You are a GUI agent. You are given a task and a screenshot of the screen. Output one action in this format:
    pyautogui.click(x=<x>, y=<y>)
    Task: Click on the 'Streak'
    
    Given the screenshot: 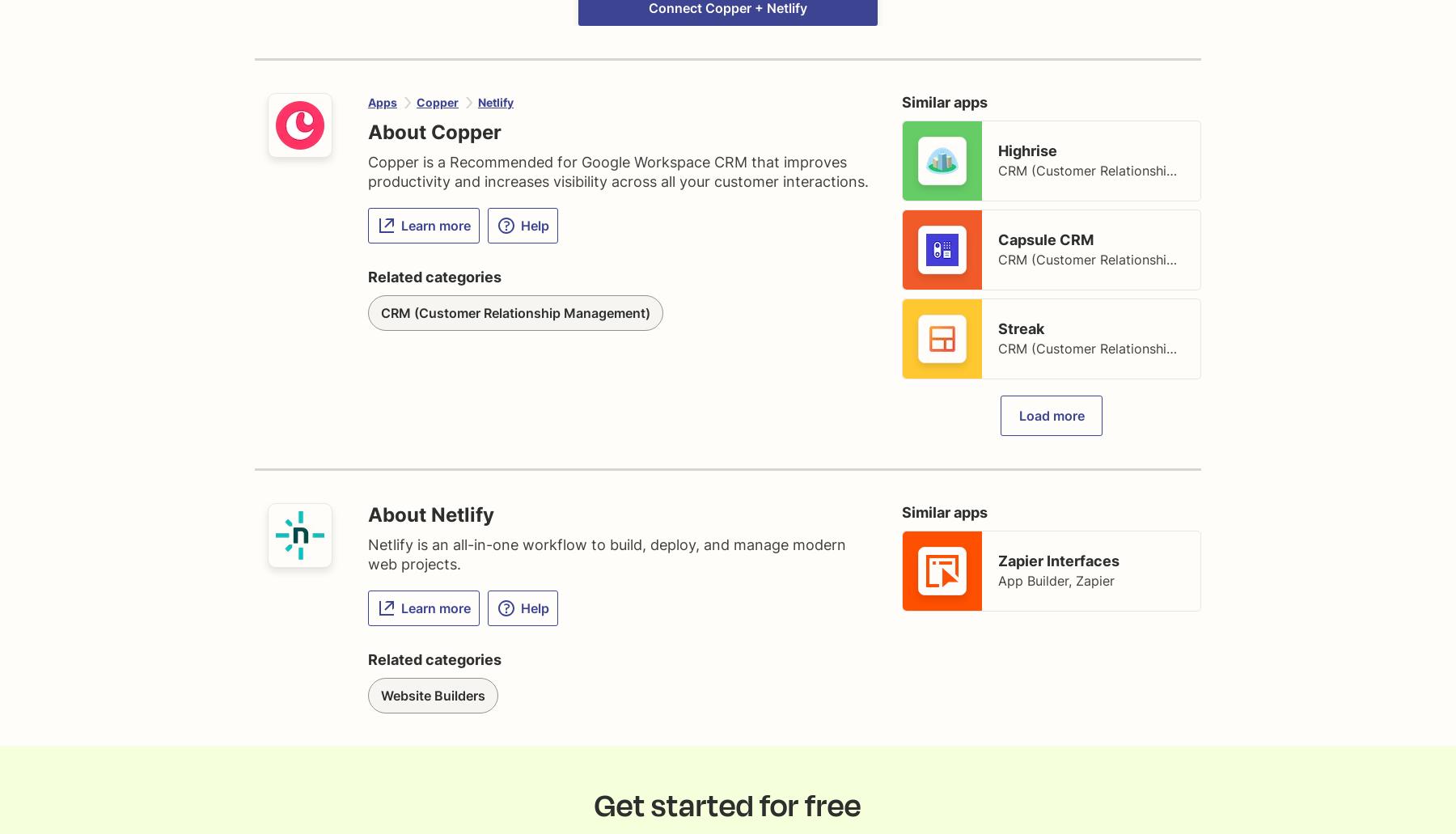 What is the action you would take?
    pyautogui.click(x=1021, y=328)
    